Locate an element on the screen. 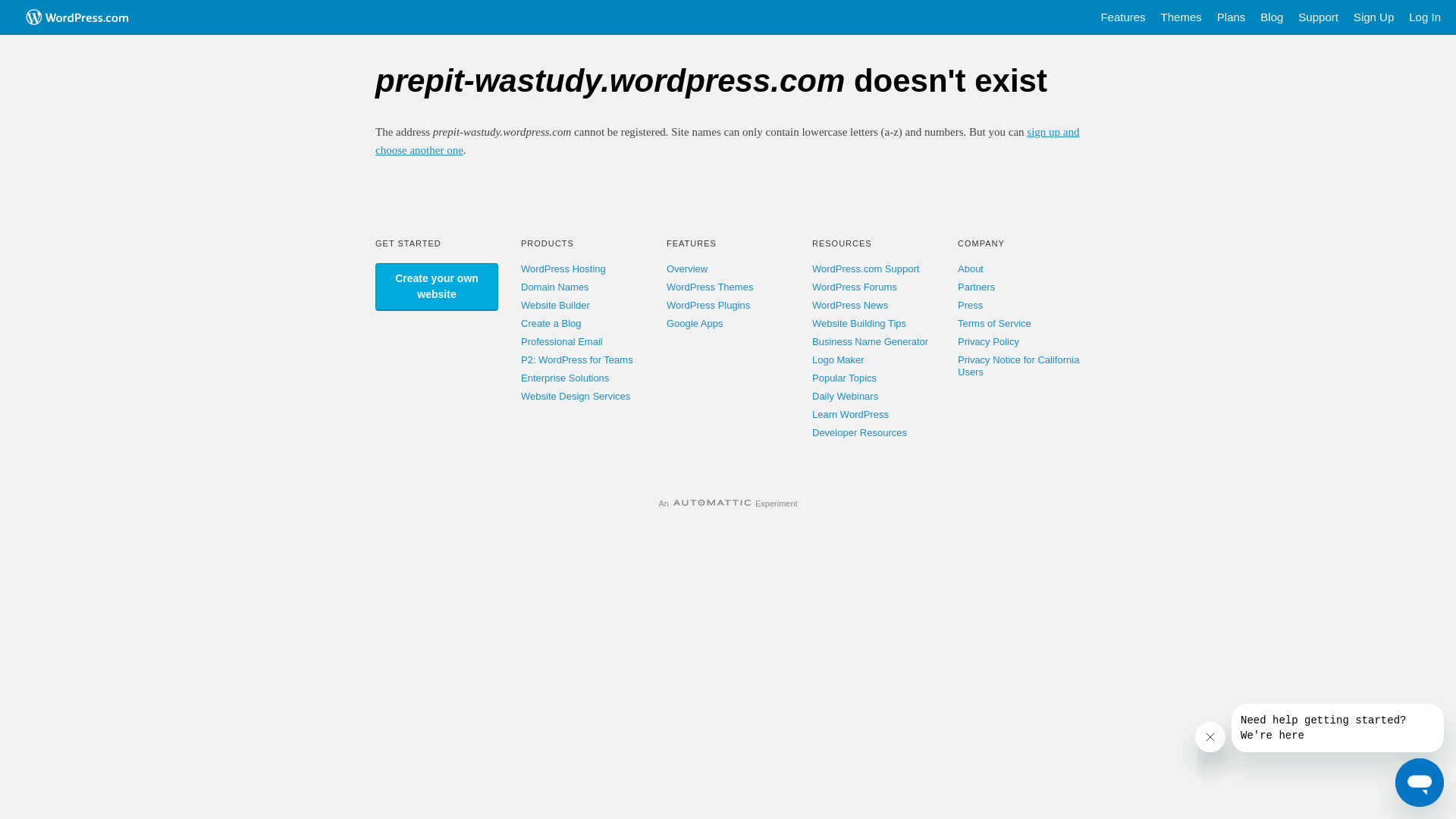 The image size is (1456, 819). 'Website Building Tips' is located at coordinates (858, 322).